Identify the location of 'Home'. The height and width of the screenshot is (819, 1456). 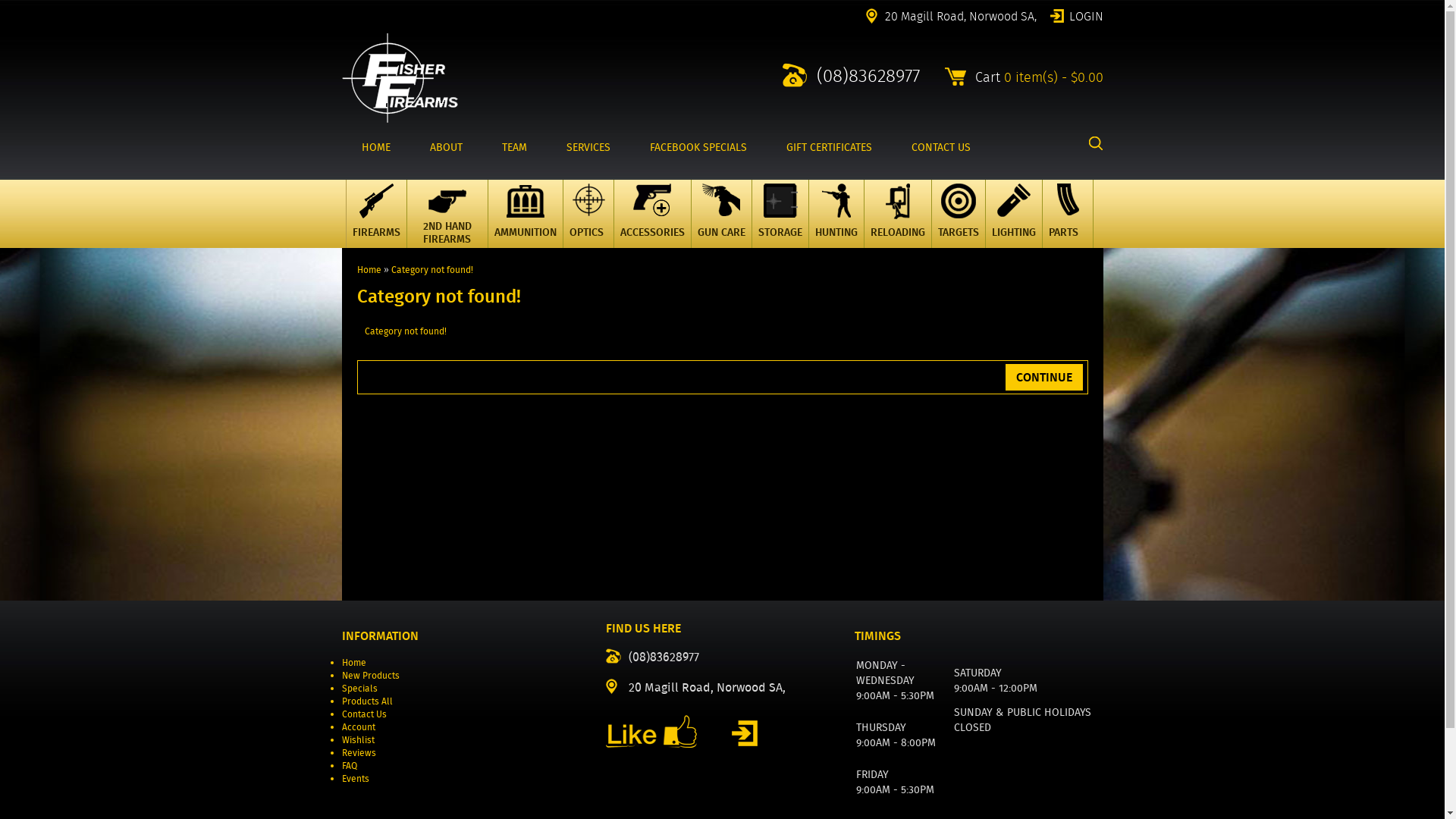
(352, 661).